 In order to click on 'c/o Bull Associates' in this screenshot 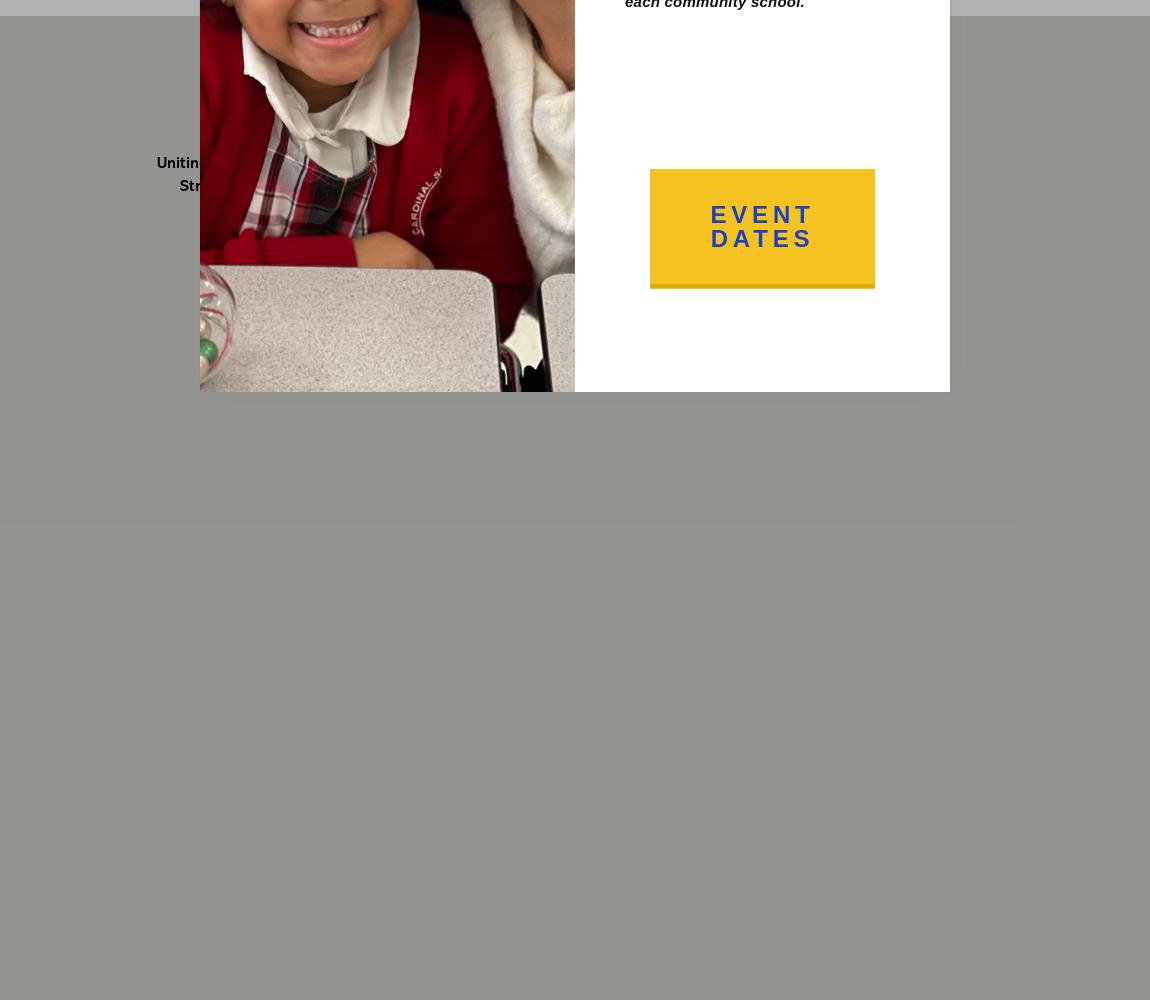, I will do `click(813, 186)`.